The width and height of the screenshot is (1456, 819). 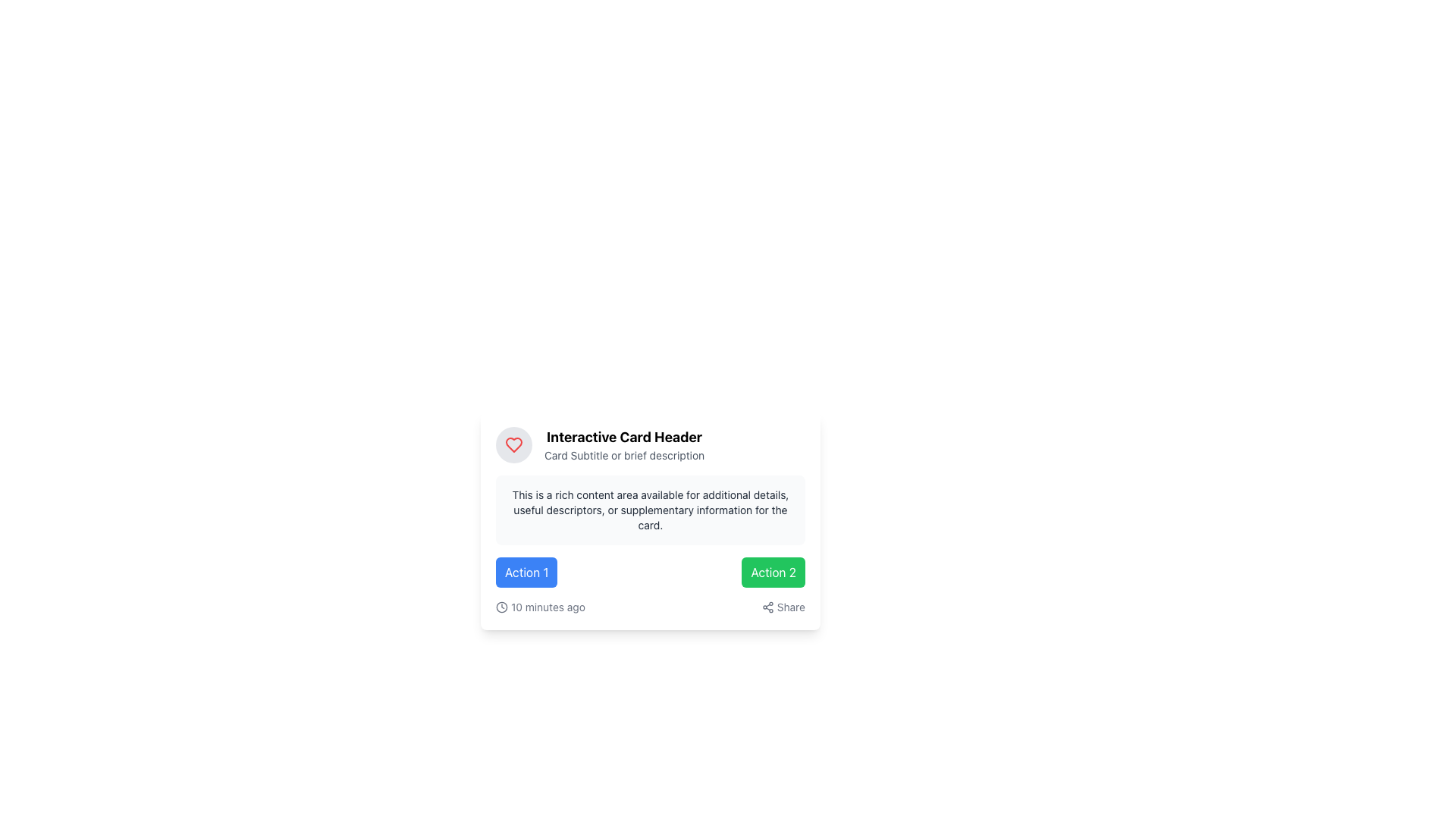 I want to click on text content of the Text Label located in the header section of the card layout, positioned at the top-left corner above the subtitle, so click(x=624, y=438).